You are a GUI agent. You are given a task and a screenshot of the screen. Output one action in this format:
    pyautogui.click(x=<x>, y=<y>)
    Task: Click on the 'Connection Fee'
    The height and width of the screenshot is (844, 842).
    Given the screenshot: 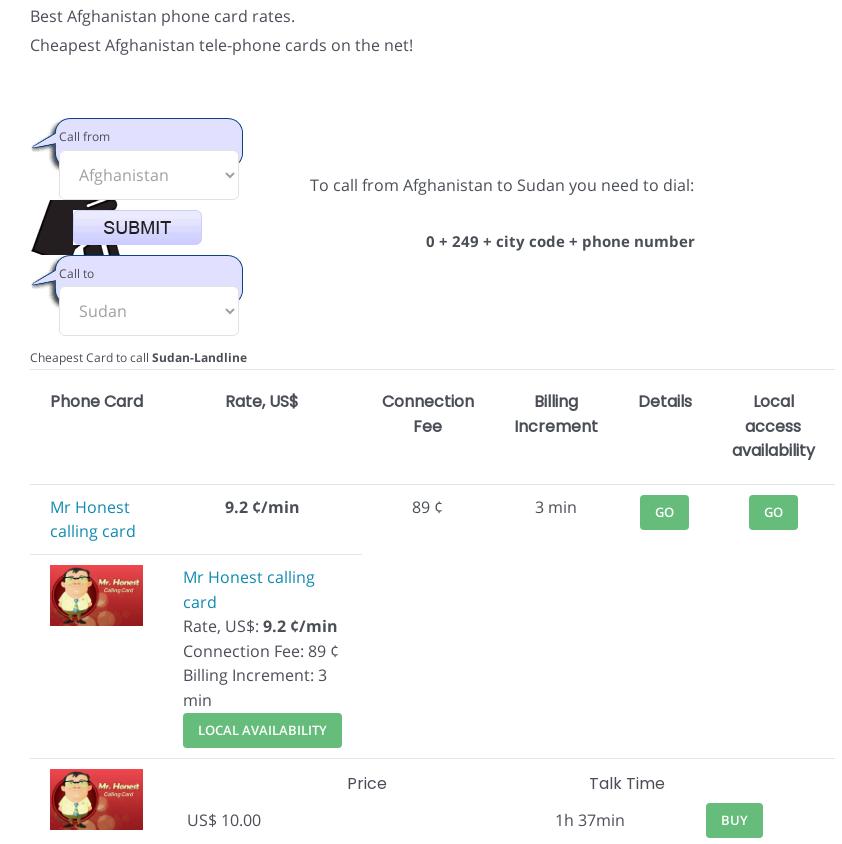 What is the action you would take?
    pyautogui.click(x=425, y=412)
    